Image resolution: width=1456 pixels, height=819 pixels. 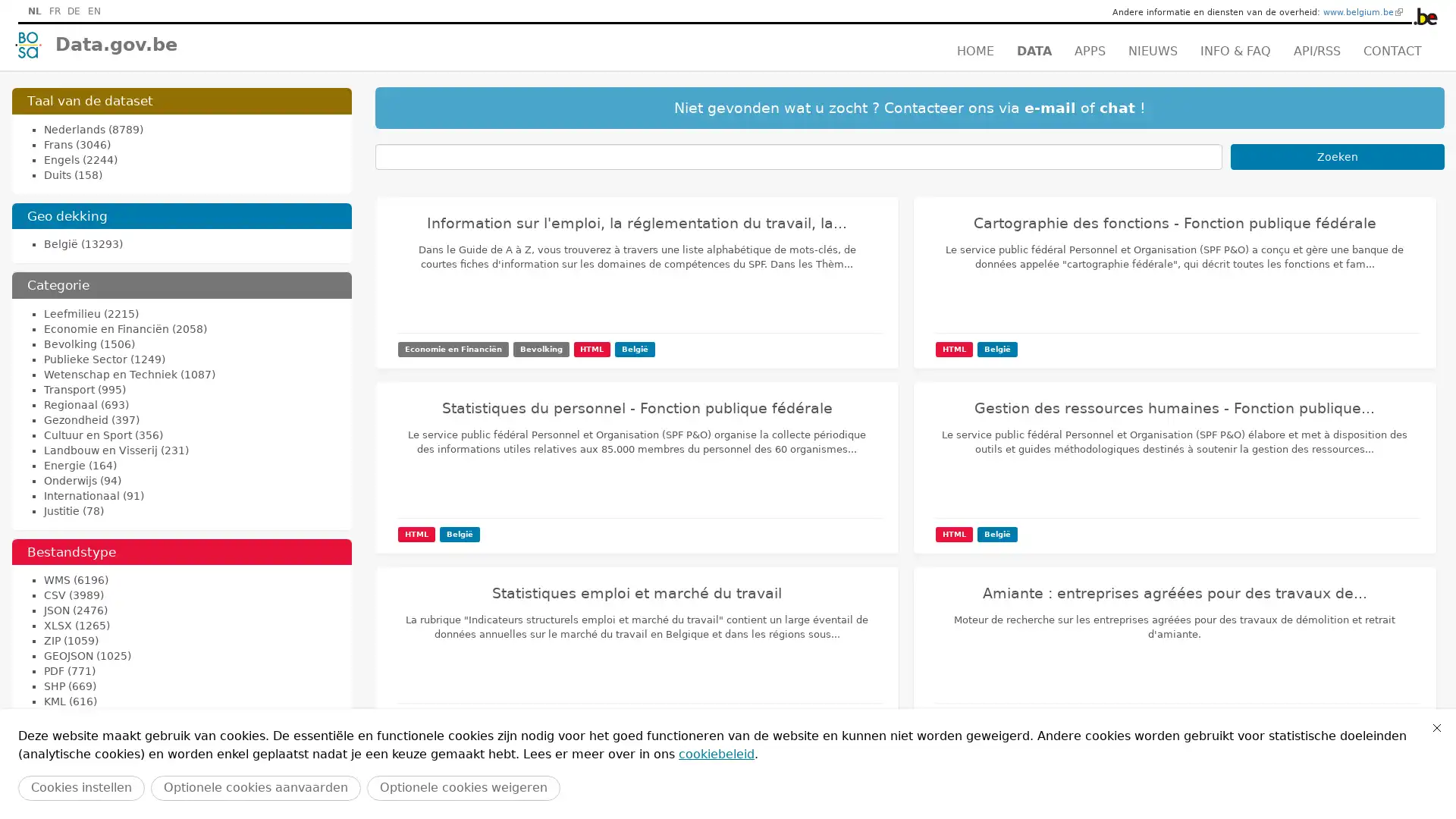 What do you see at coordinates (463, 787) in the screenshot?
I see `Optionele cookies weigeren` at bounding box center [463, 787].